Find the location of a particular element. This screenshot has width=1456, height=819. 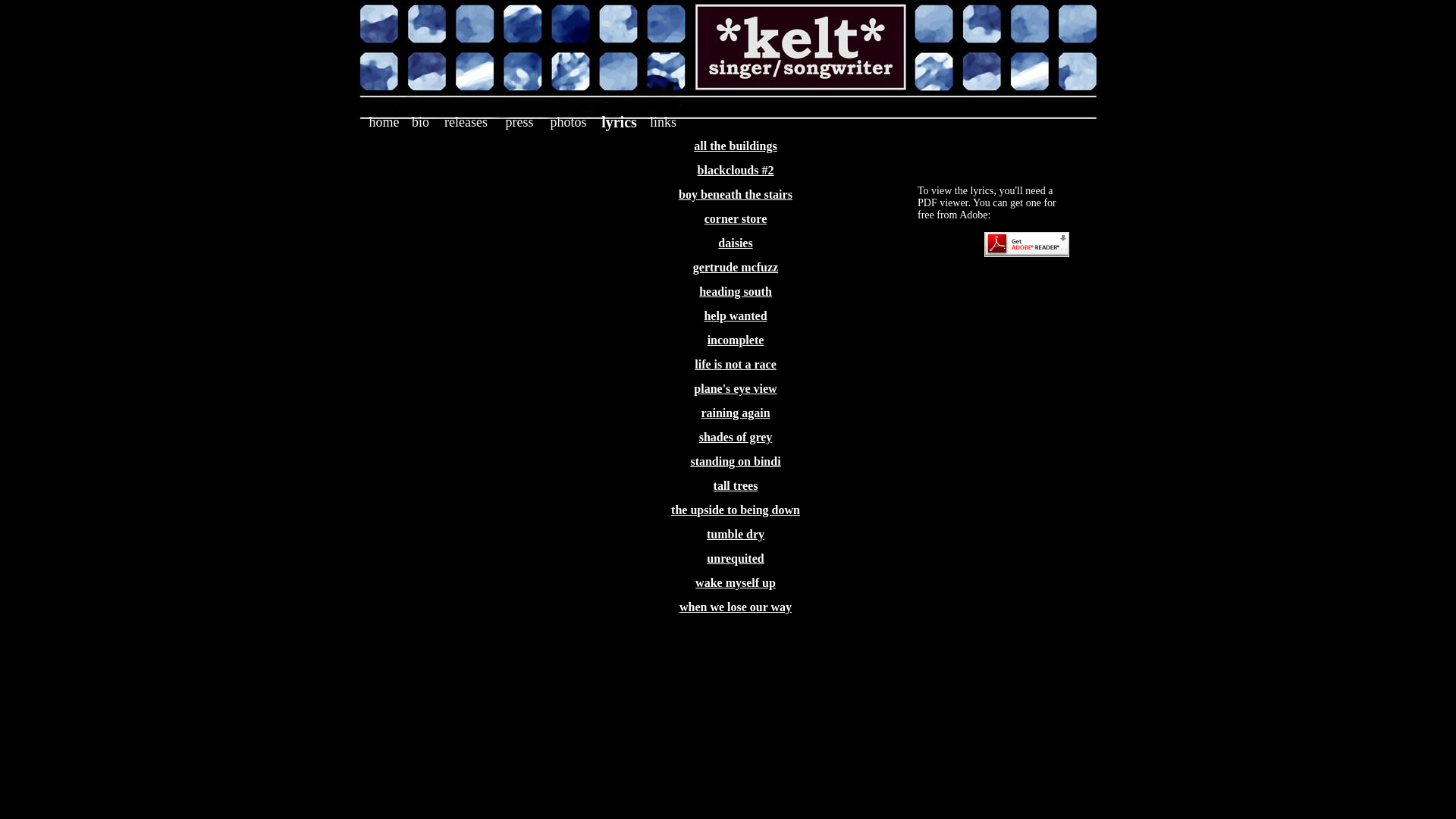

'help wanted' is located at coordinates (702, 315).